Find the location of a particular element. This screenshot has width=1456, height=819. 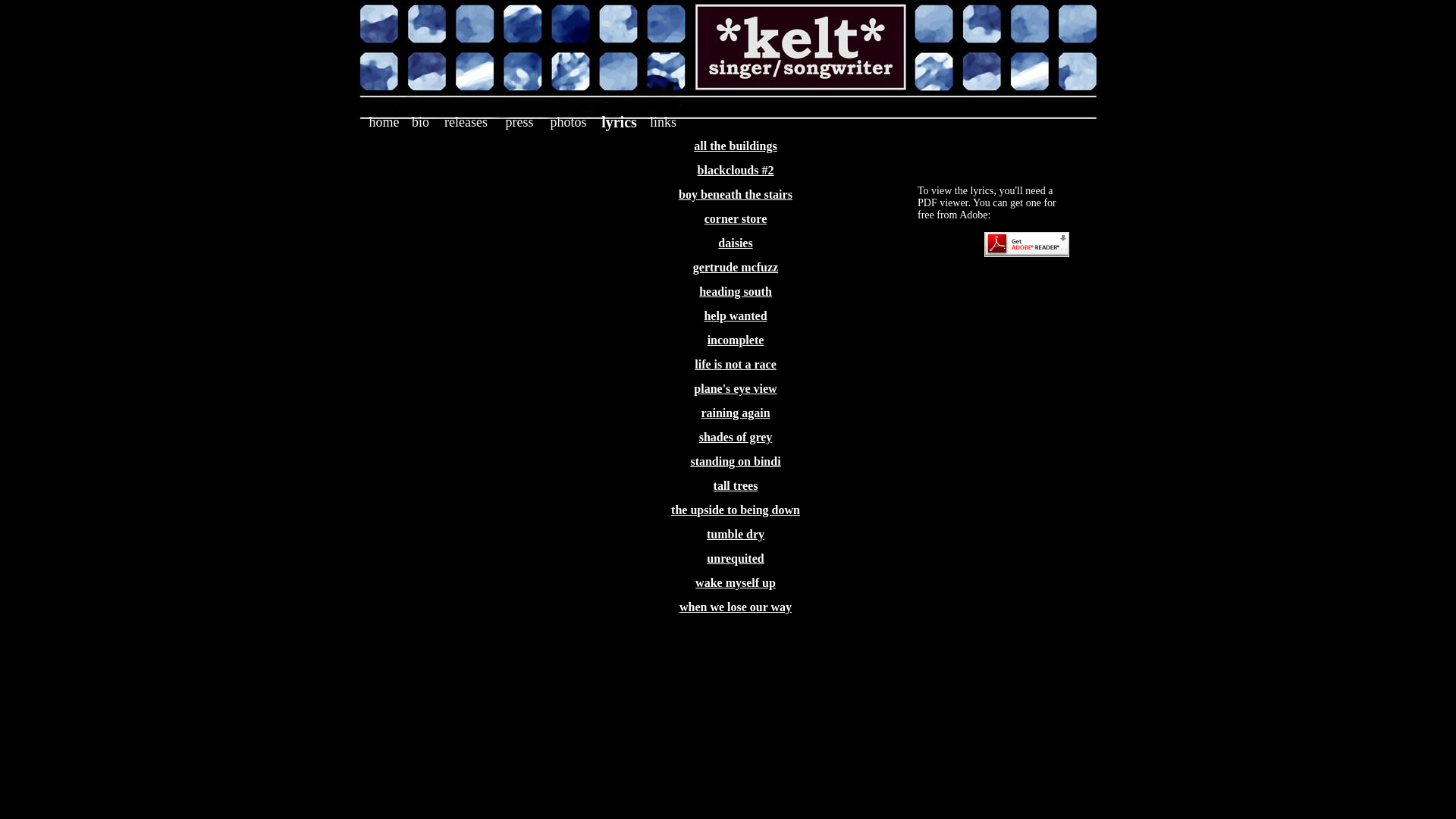

'help wanted' is located at coordinates (702, 315).